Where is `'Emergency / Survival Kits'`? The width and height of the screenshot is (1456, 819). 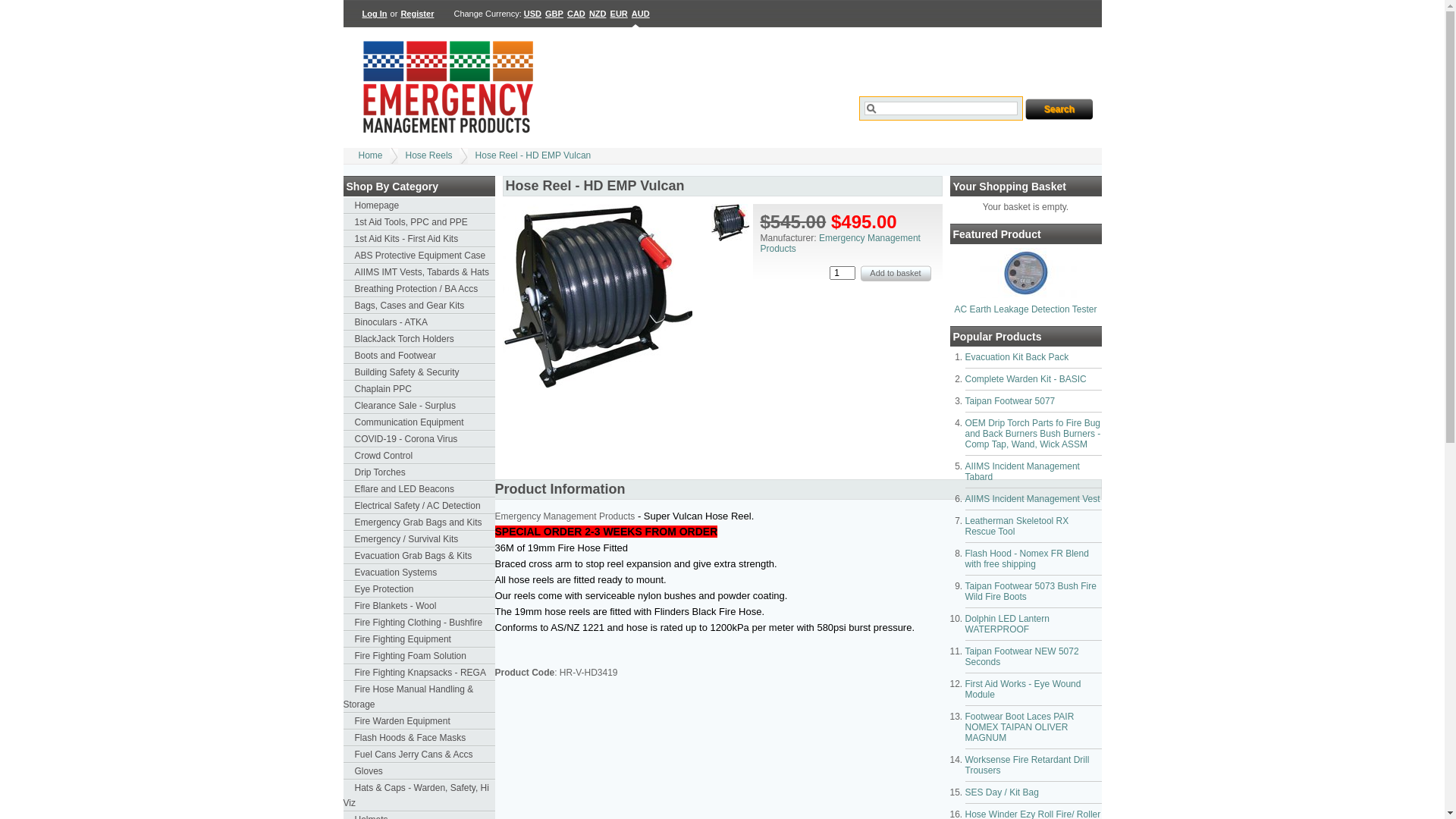
'Emergency / Survival Kits' is located at coordinates (419, 538).